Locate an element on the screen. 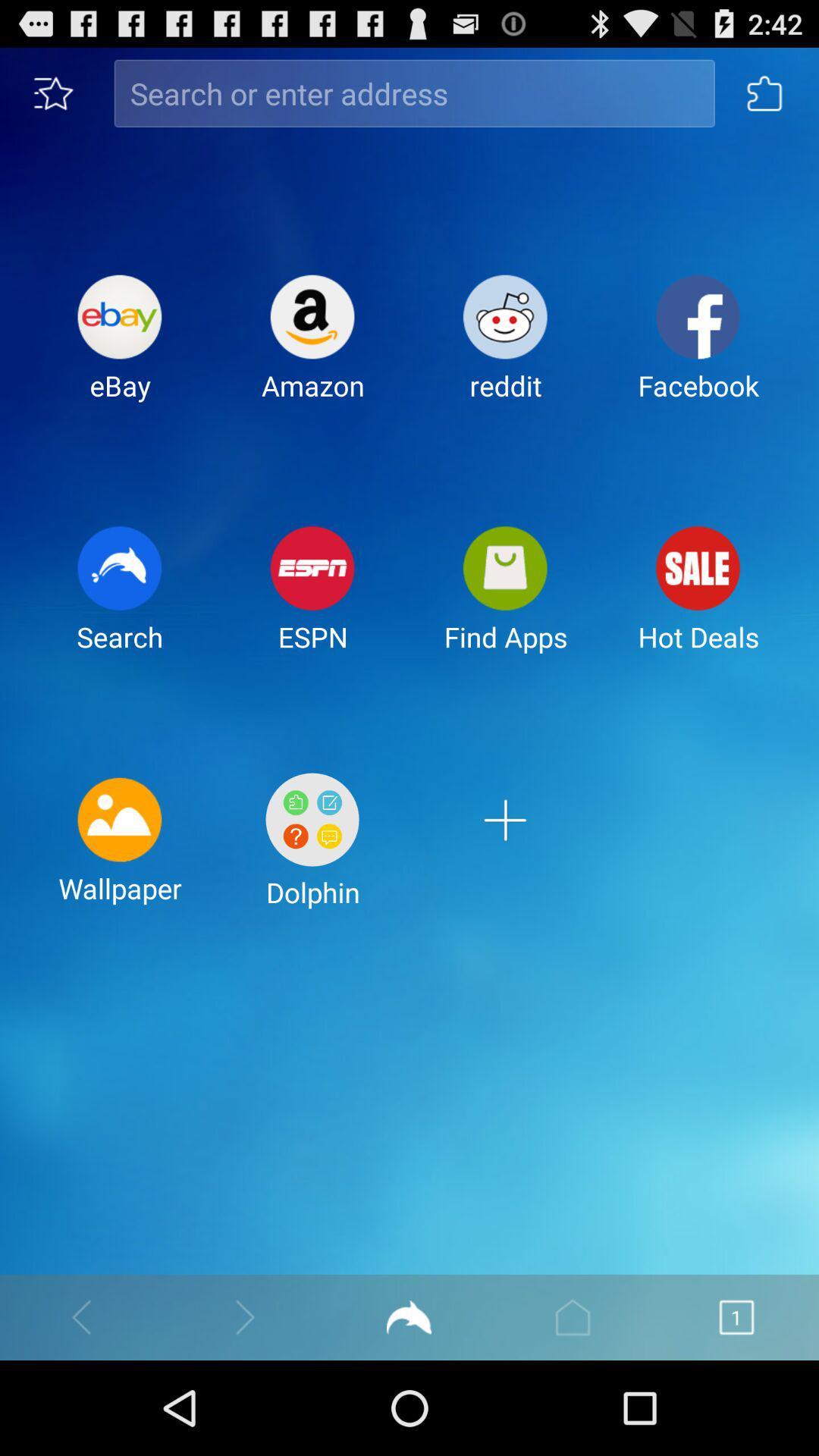 The width and height of the screenshot is (819, 1456). icon above wallpaper icon is located at coordinates (119, 601).